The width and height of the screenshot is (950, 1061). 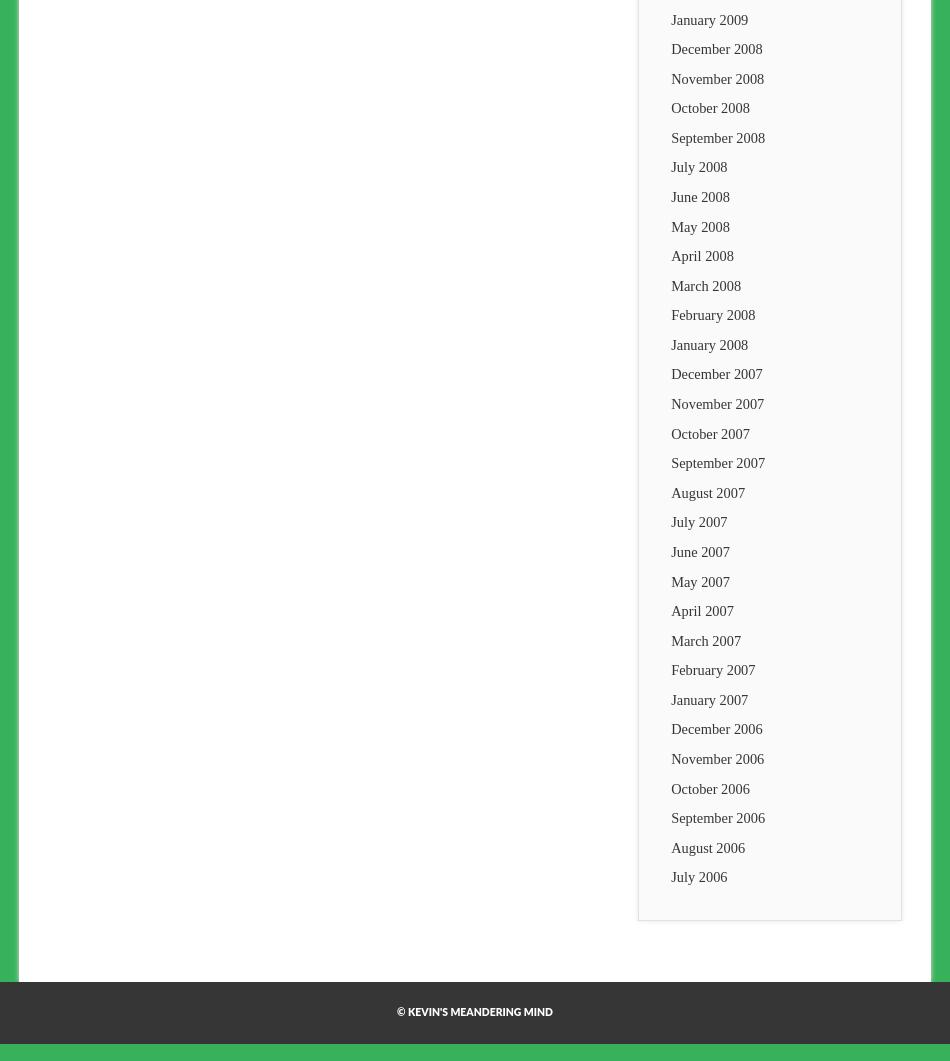 What do you see at coordinates (670, 463) in the screenshot?
I see `'September 2007'` at bounding box center [670, 463].